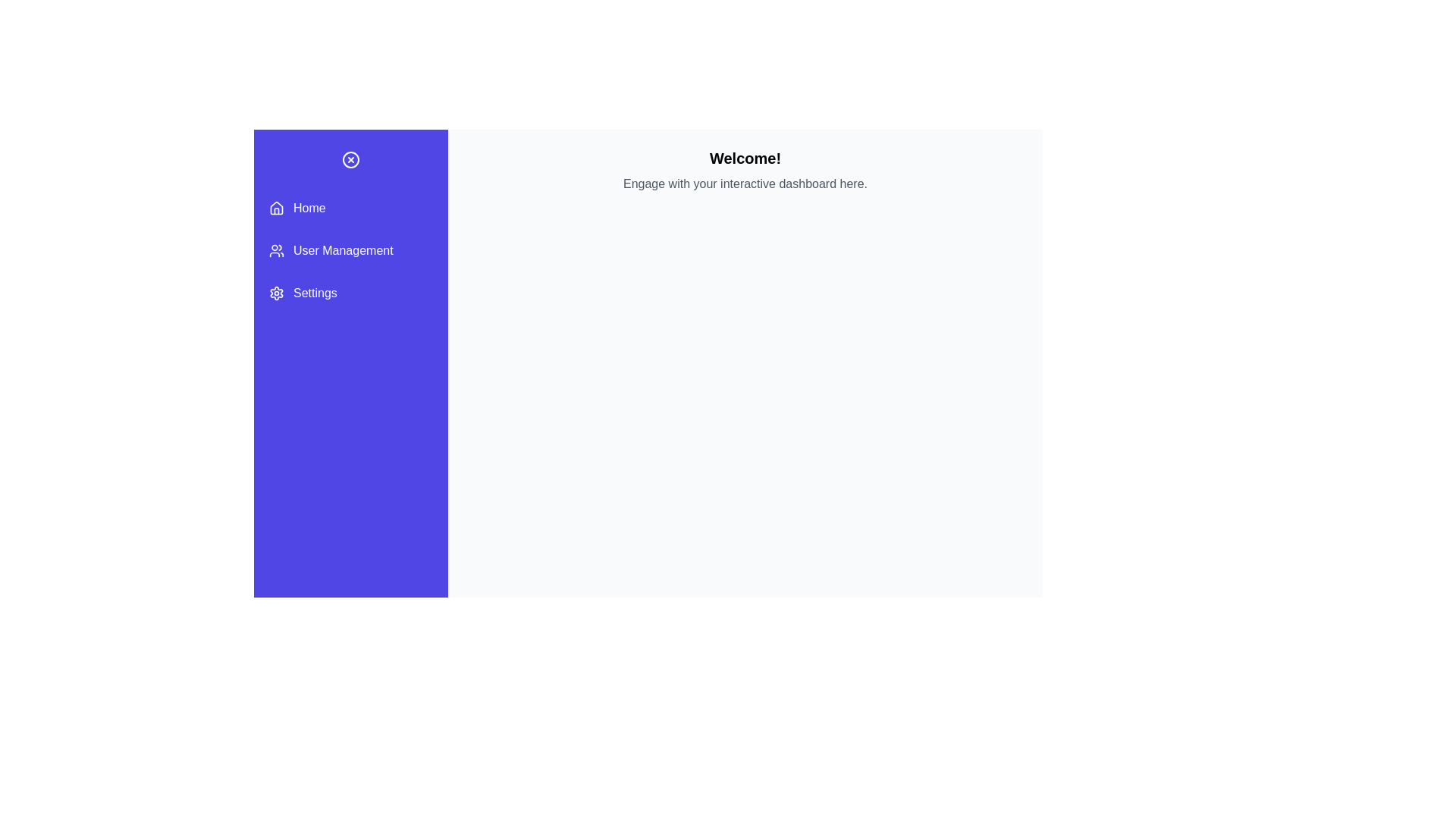  I want to click on the menu item Settings to navigate, so click(350, 293).